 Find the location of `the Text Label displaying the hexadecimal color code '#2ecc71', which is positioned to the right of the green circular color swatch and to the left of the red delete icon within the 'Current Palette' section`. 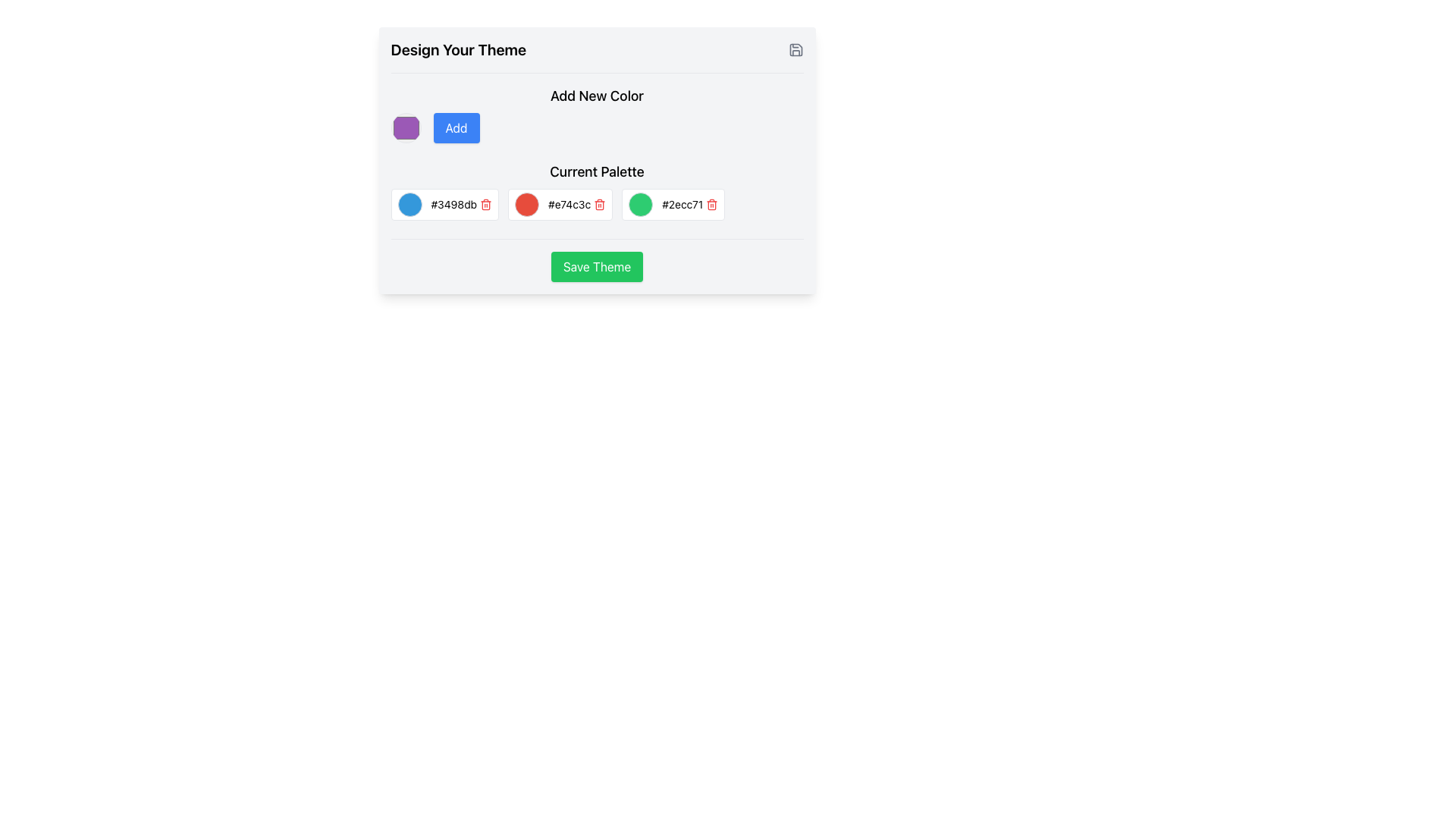

the Text Label displaying the hexadecimal color code '#2ecc71', which is positioned to the right of the green circular color swatch and to the left of the red delete icon within the 'Current Palette' section is located at coordinates (682, 205).